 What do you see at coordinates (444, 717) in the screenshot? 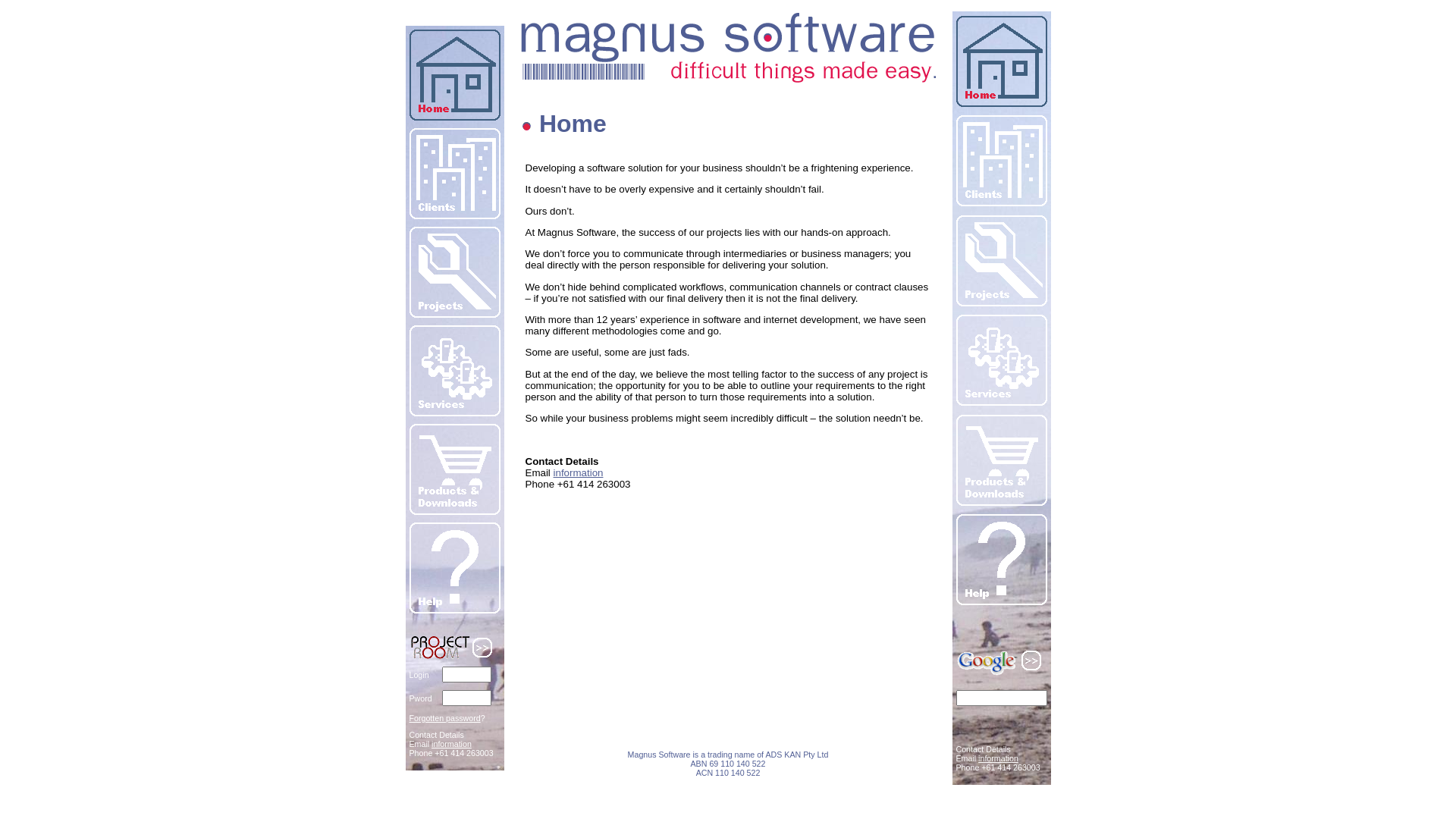
I see `'Forgotten password'` at bounding box center [444, 717].